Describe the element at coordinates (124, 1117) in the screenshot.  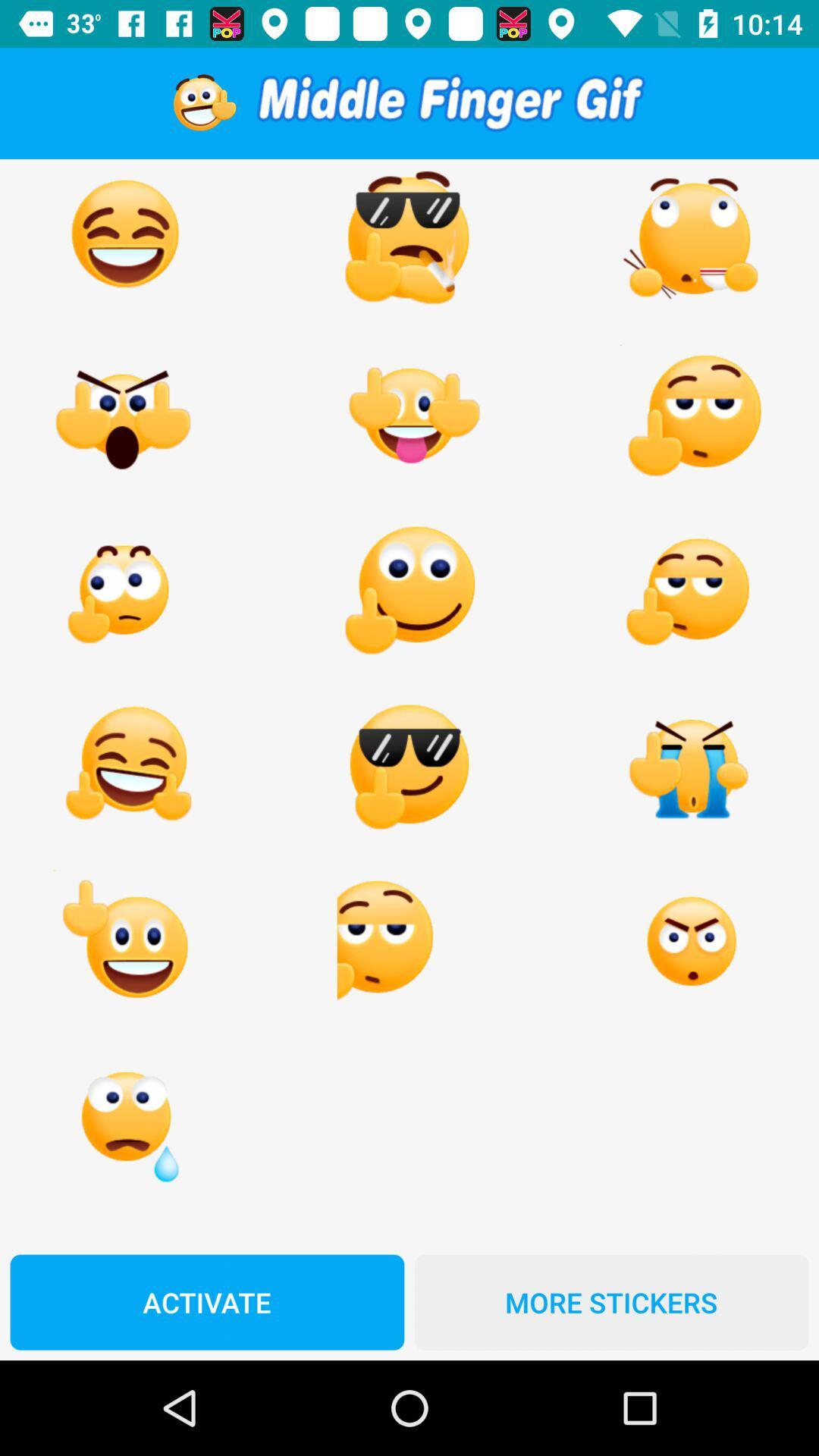
I see `emoji which is above the activate` at that location.